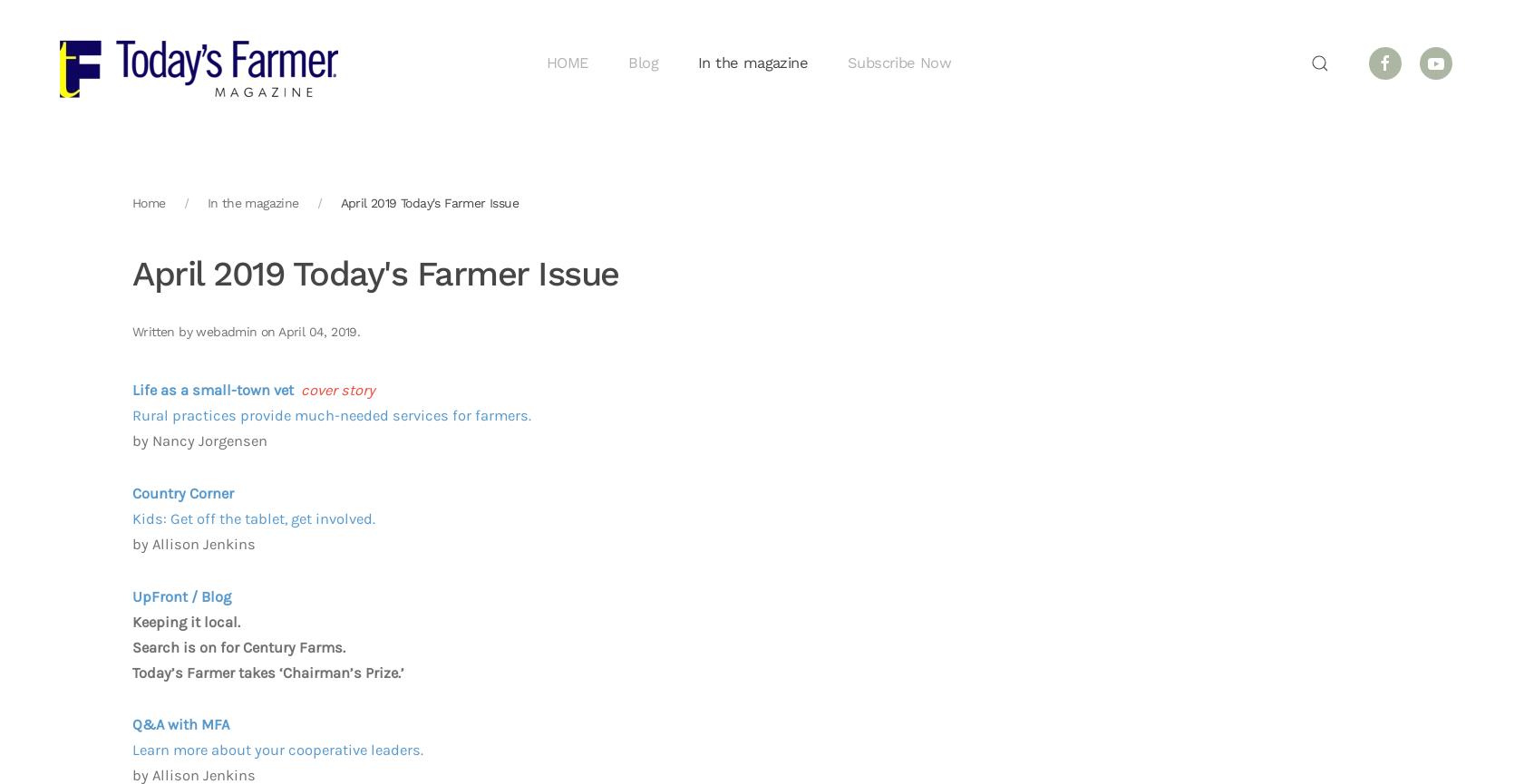 The image size is (1534, 784). What do you see at coordinates (277, 748) in the screenshot?
I see `'Learn more about your cooperative leaders.'` at bounding box center [277, 748].